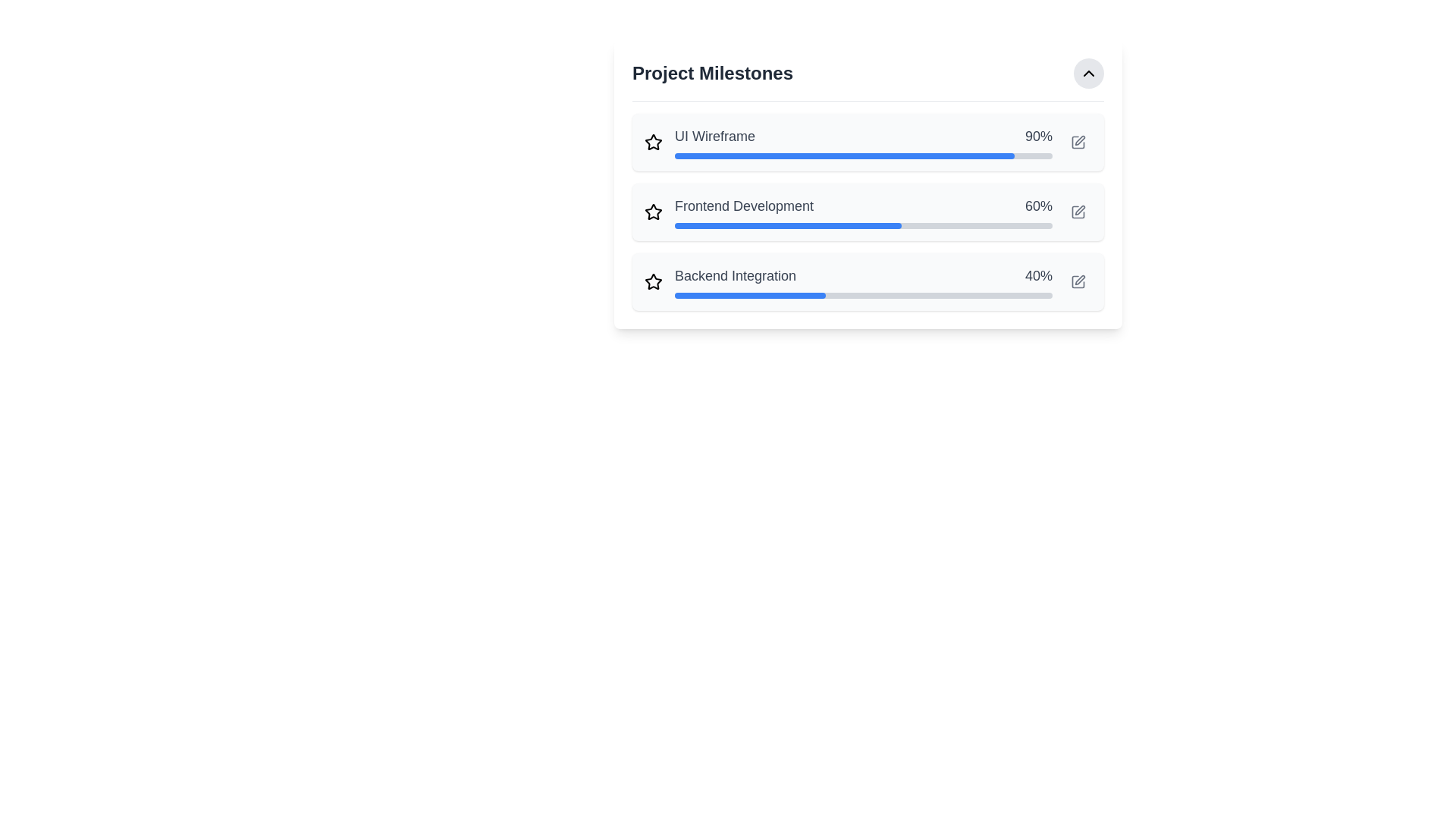  I want to click on the edit button located on the far-right side of the card labeled 'Backend Integration 40%' in the 'Project Milestones' section, so click(1077, 281).